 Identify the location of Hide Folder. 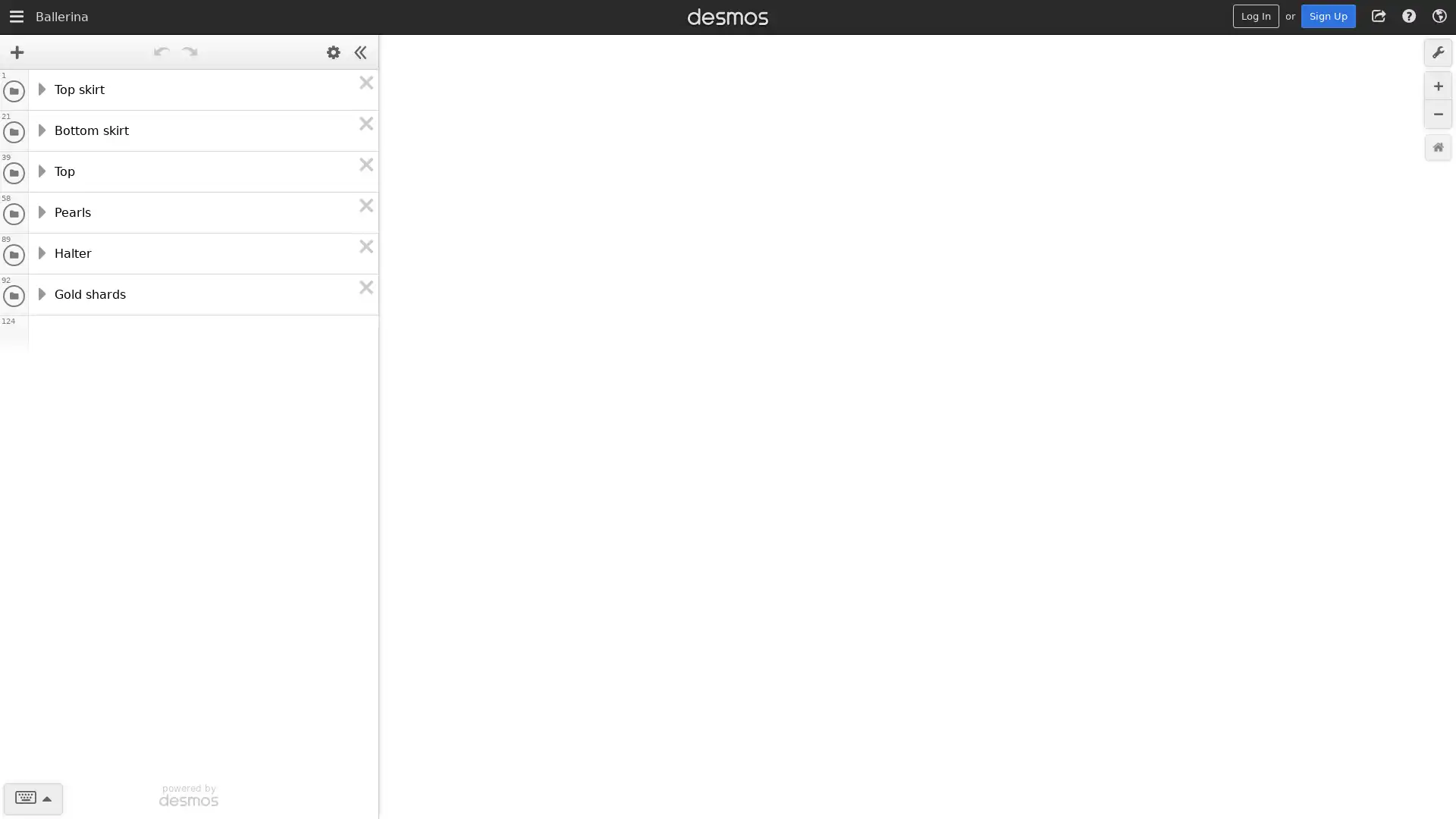
(14, 130).